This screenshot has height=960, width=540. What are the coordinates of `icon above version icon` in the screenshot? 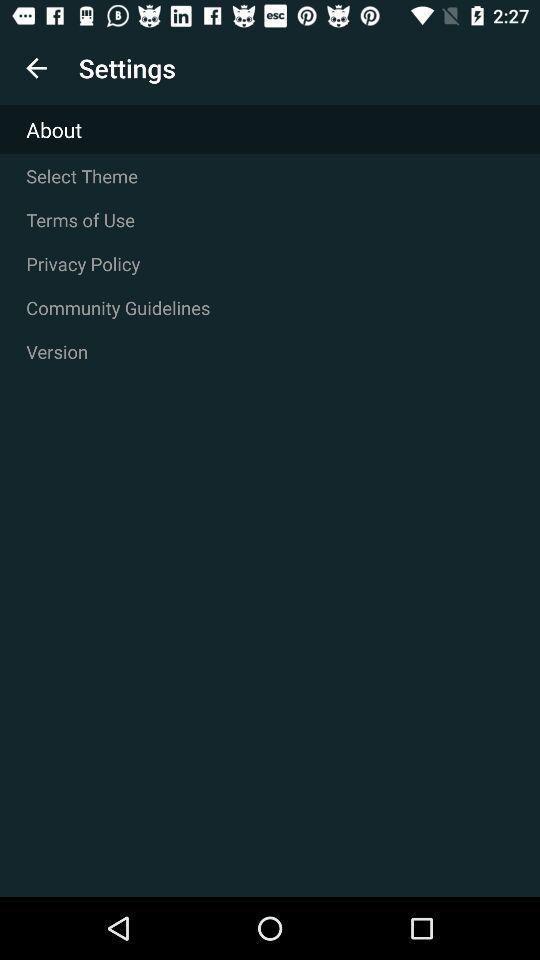 It's located at (270, 307).